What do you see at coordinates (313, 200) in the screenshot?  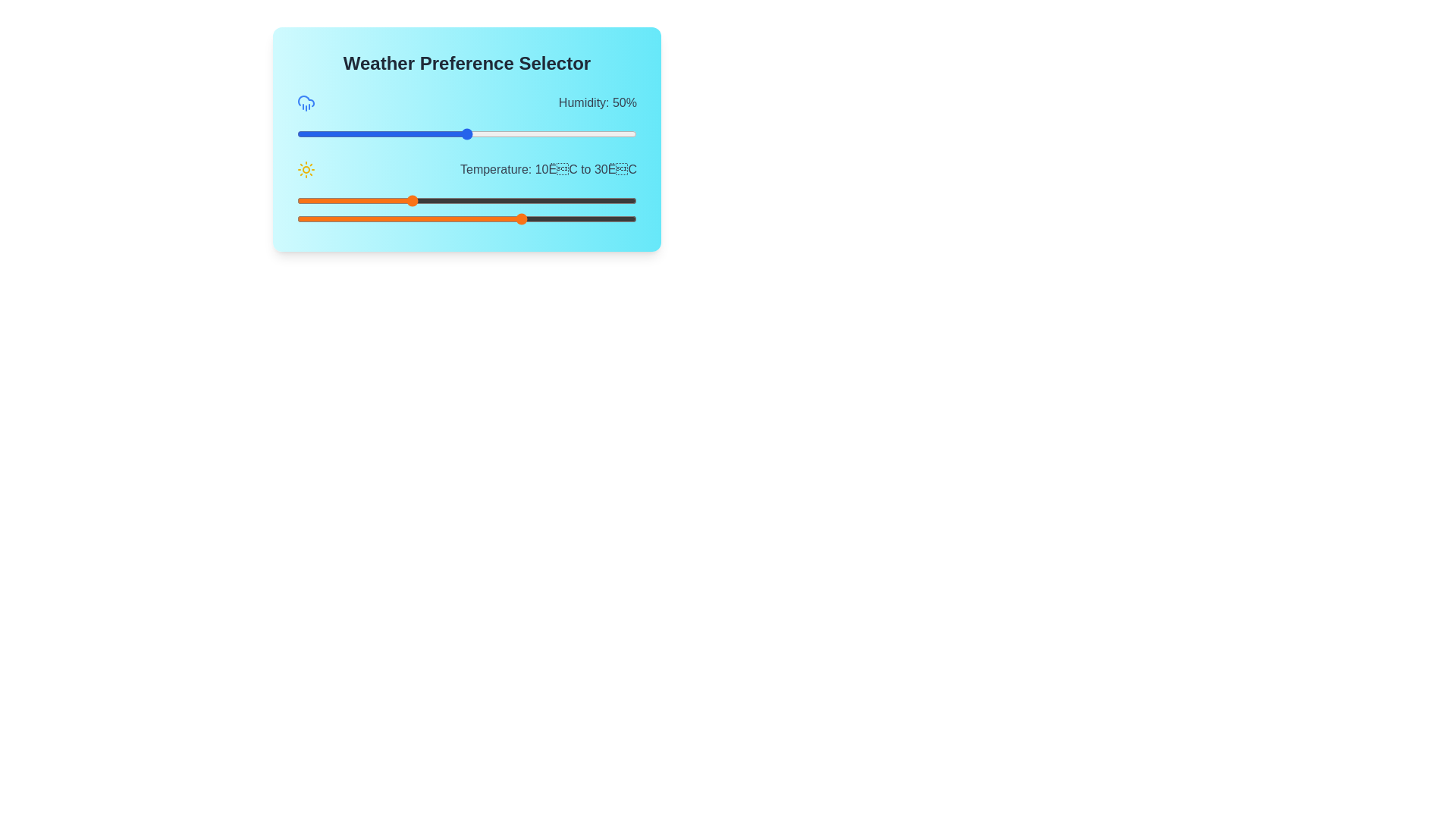 I see `the minimum temperature preference to -7°C using the first orange slider` at bounding box center [313, 200].